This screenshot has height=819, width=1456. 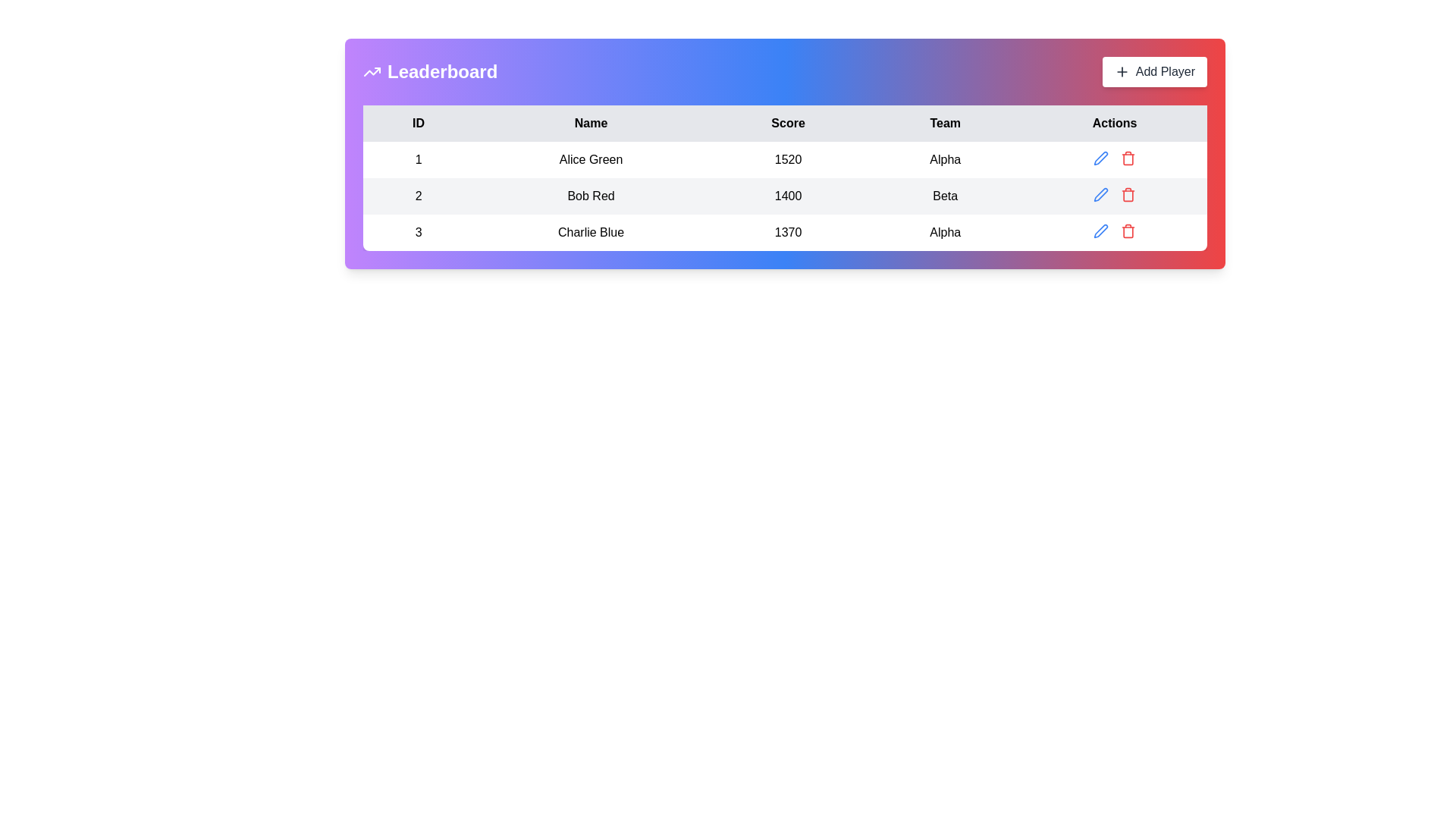 I want to click on the 'Add Player' button located at the top-right corner of the leaderboard section, which features a plus icon and the text in black on a white background, so click(x=1153, y=72).